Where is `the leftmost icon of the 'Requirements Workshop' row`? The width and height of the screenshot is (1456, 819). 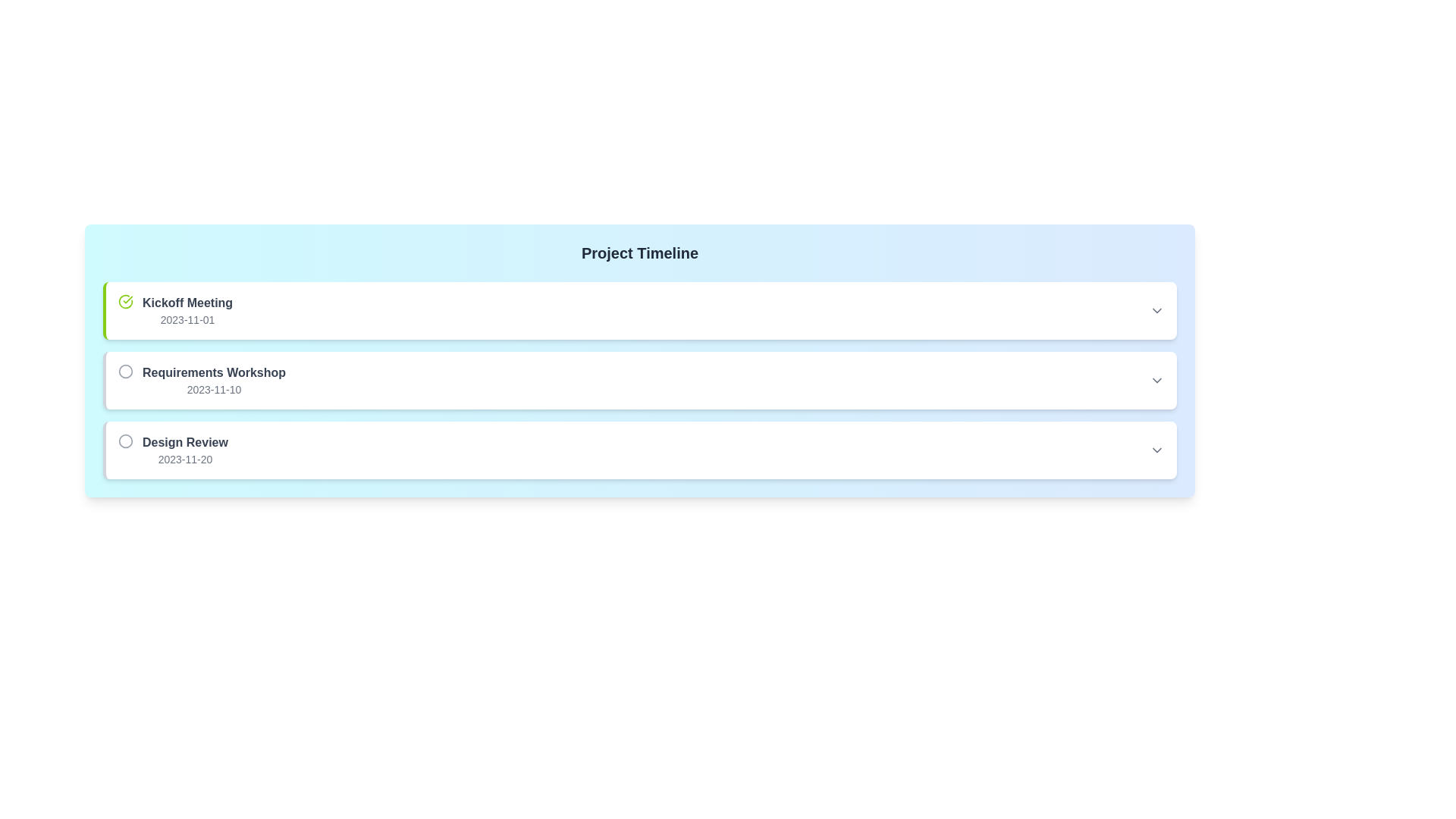 the leftmost icon of the 'Requirements Workshop' row is located at coordinates (126, 371).